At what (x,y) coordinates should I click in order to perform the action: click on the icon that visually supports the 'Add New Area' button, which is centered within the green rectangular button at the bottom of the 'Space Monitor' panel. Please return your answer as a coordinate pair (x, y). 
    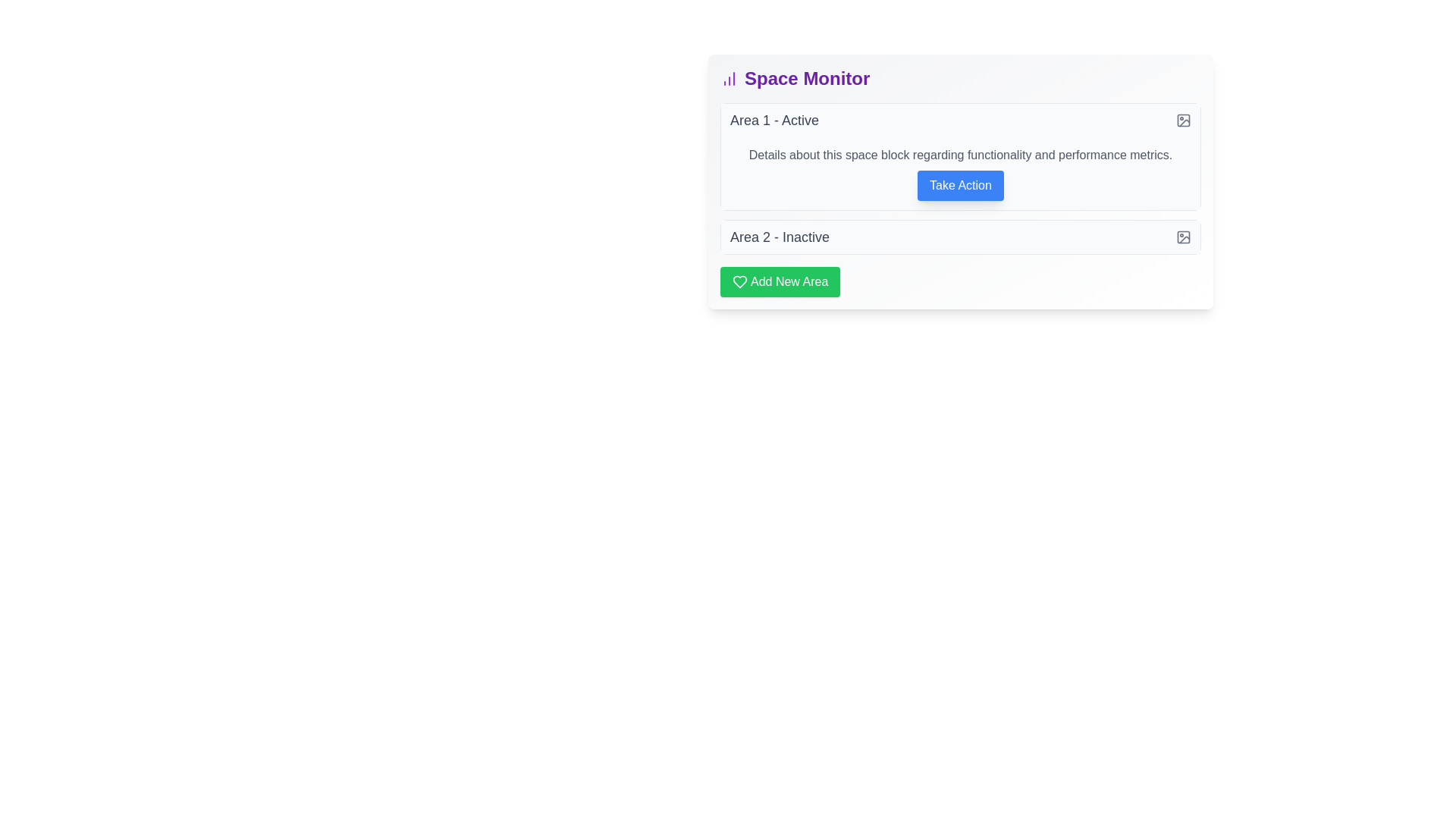
    Looking at the image, I should click on (739, 281).